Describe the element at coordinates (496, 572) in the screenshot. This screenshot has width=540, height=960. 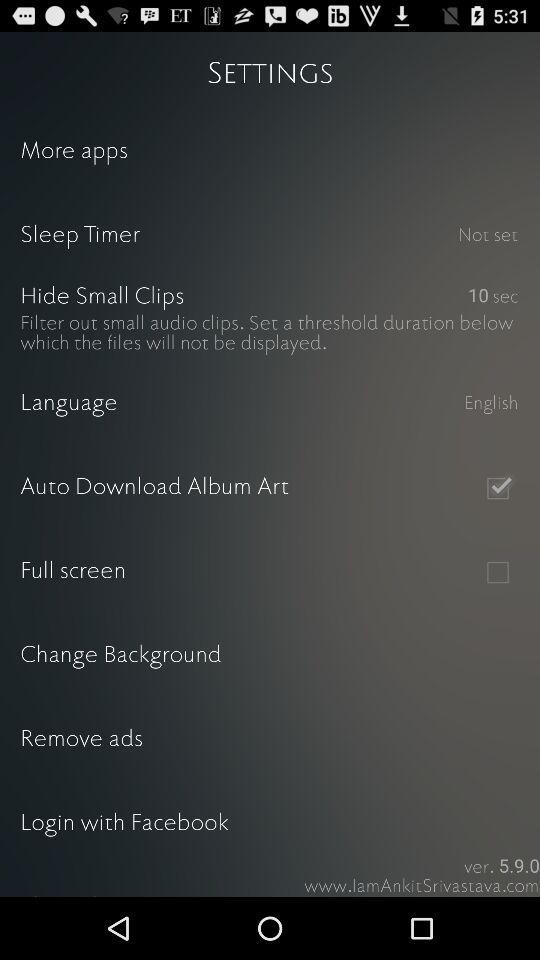
I see `icon above change background icon` at that location.